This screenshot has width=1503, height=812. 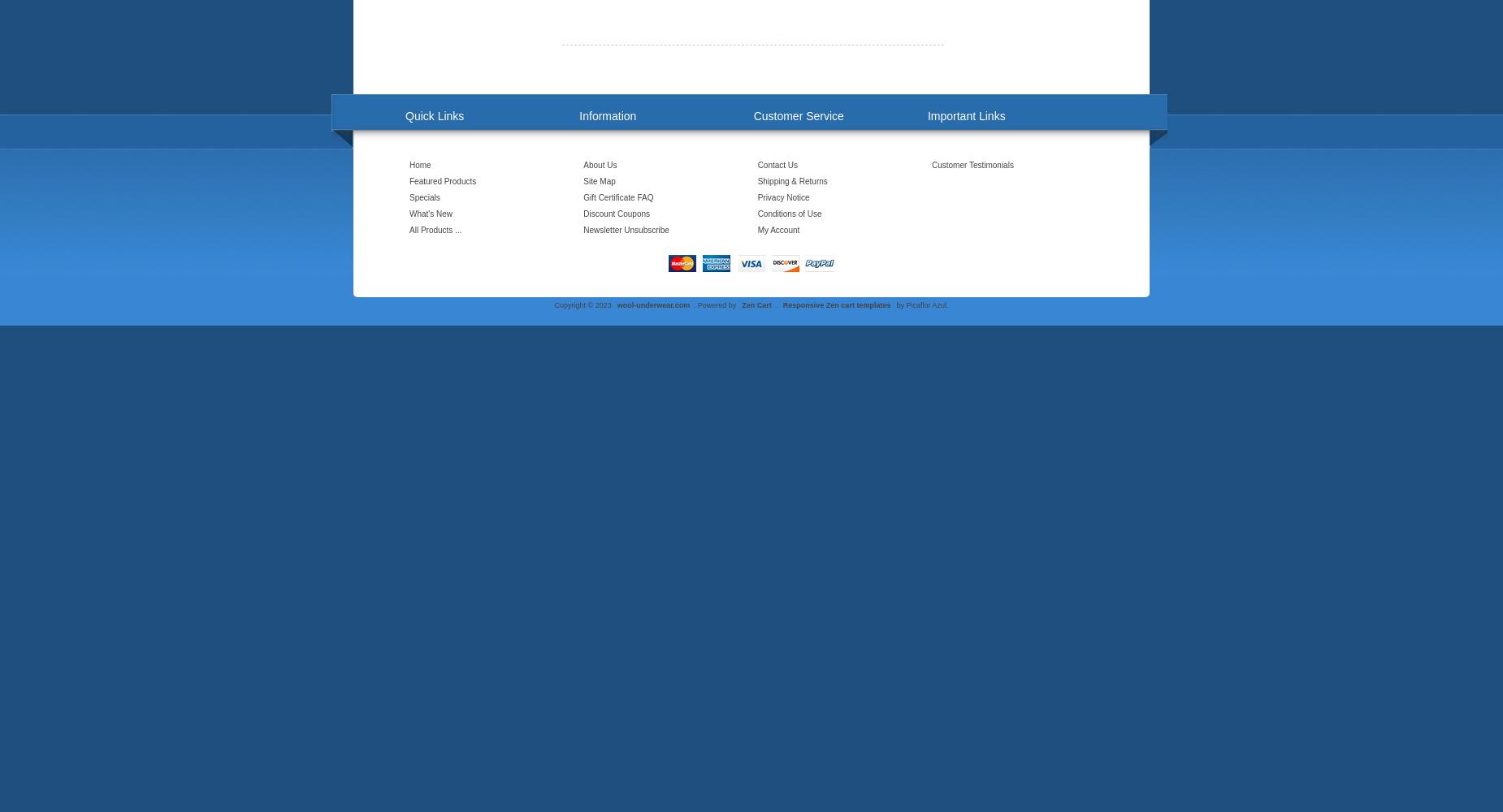 I want to click on 'About Us', so click(x=600, y=164).